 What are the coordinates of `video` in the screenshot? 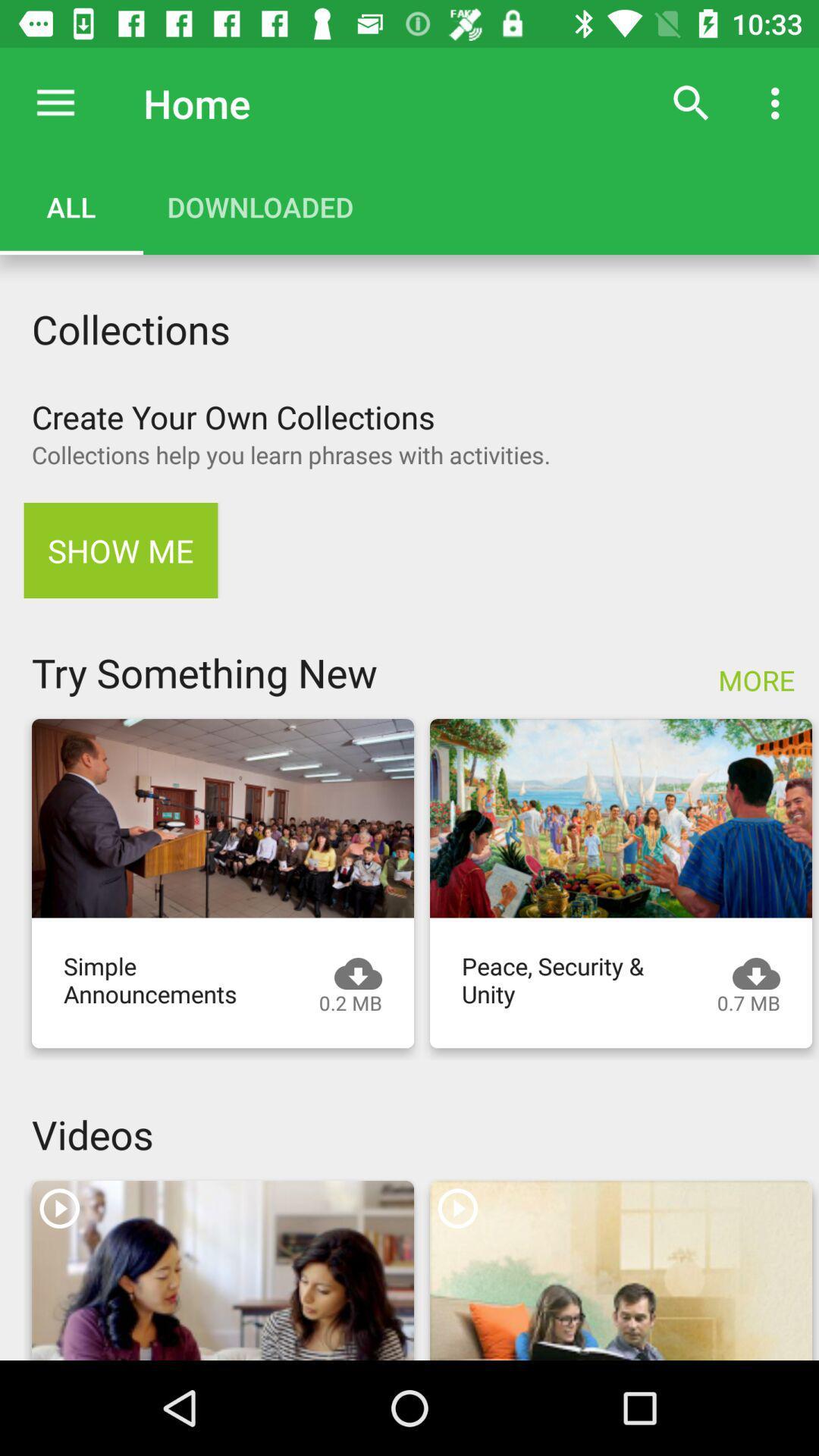 It's located at (620, 817).